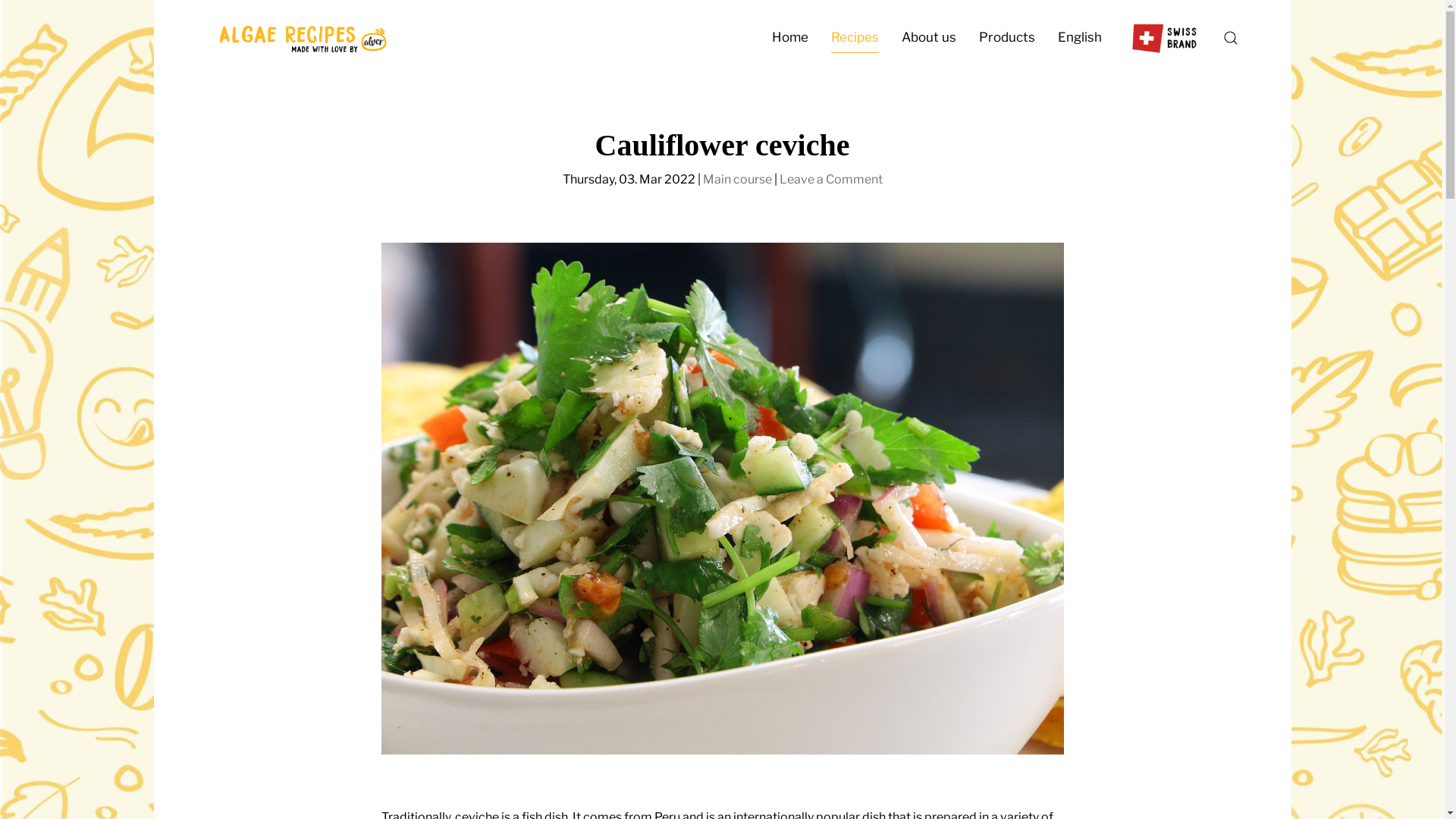  I want to click on 'About us', so click(927, 37).